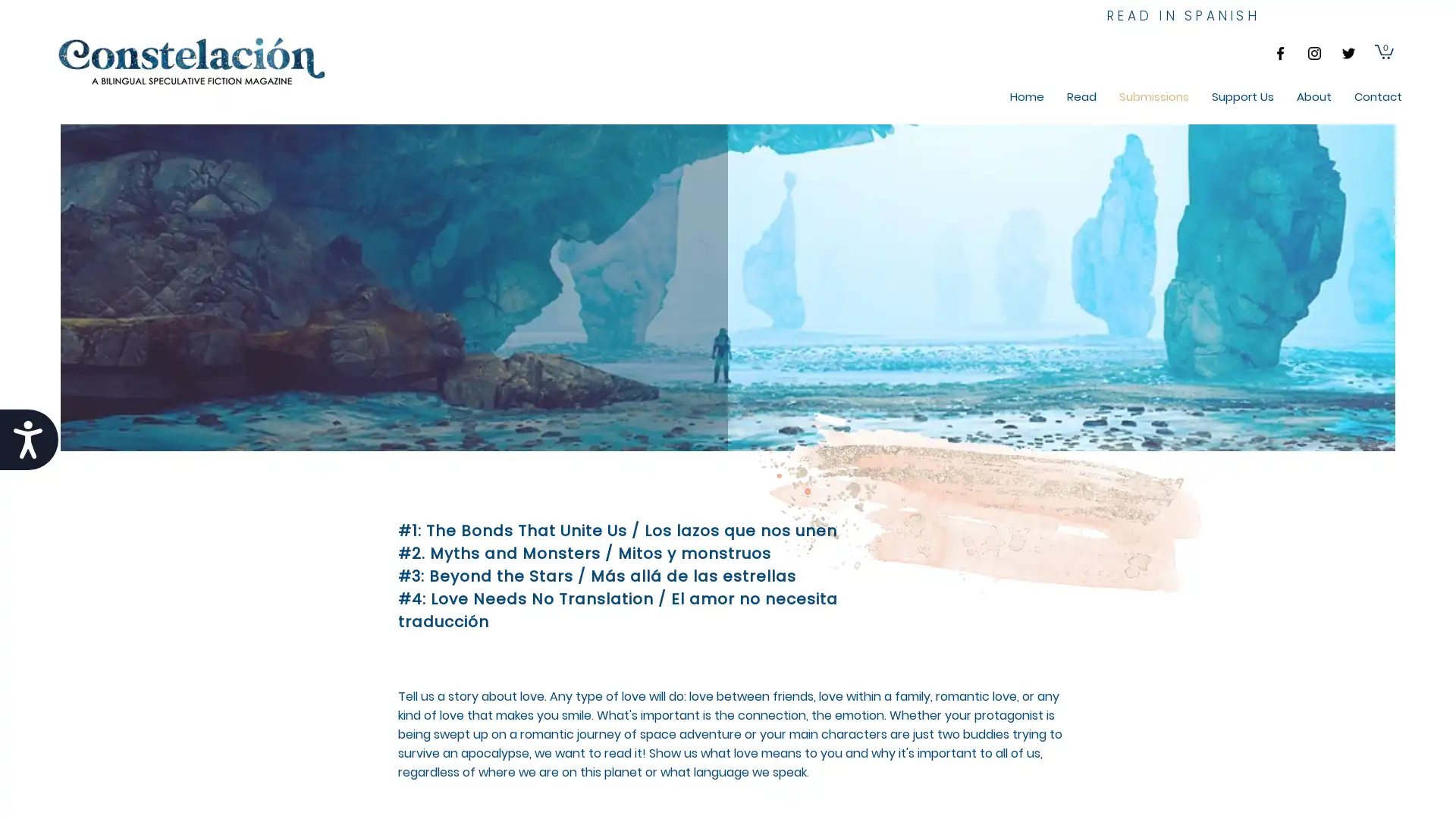 This screenshot has width=1456, height=819. Describe the element at coordinates (1437, 792) in the screenshot. I see `Close` at that location.